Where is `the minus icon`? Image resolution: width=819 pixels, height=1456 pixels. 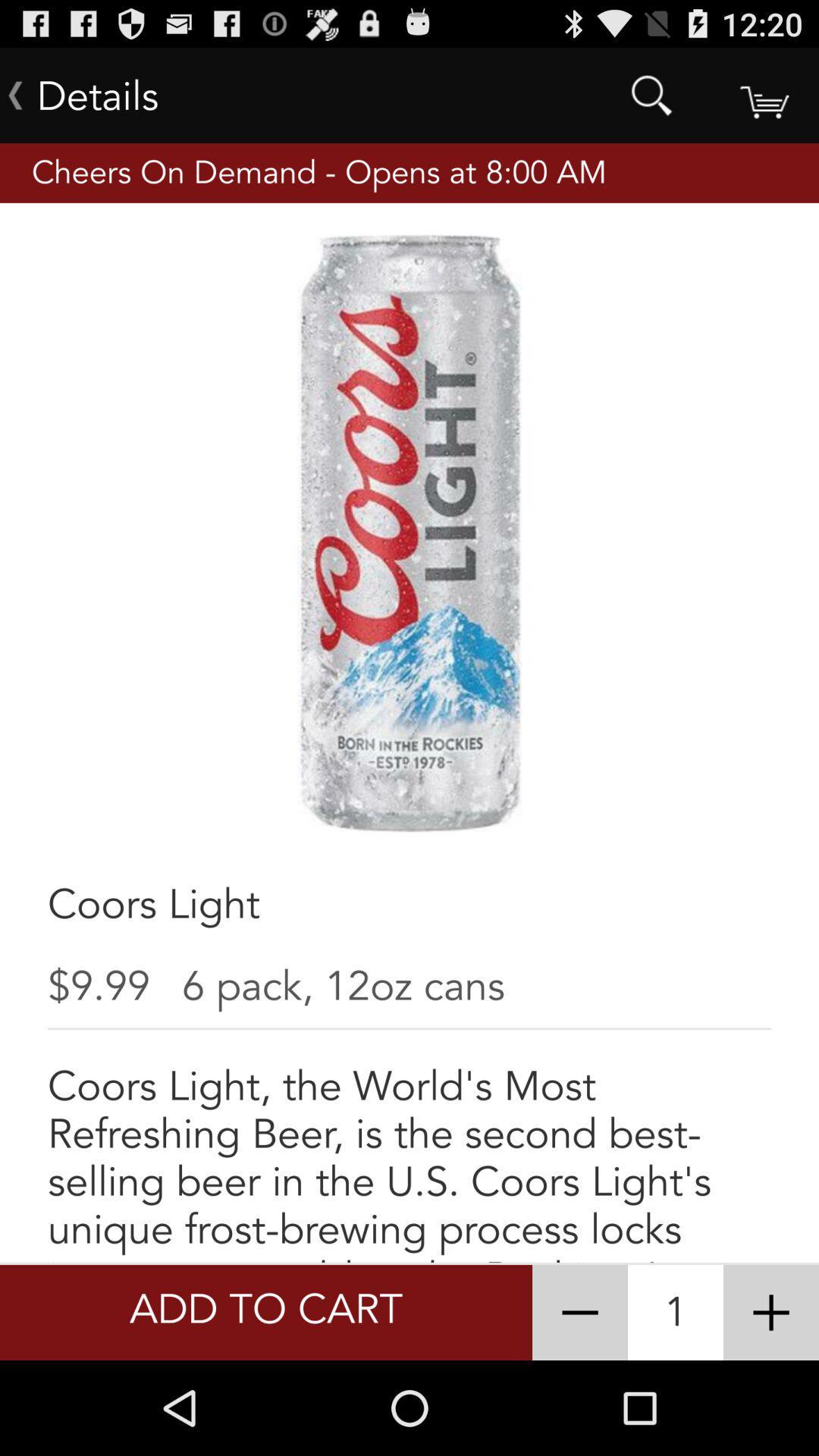 the minus icon is located at coordinates (579, 1404).